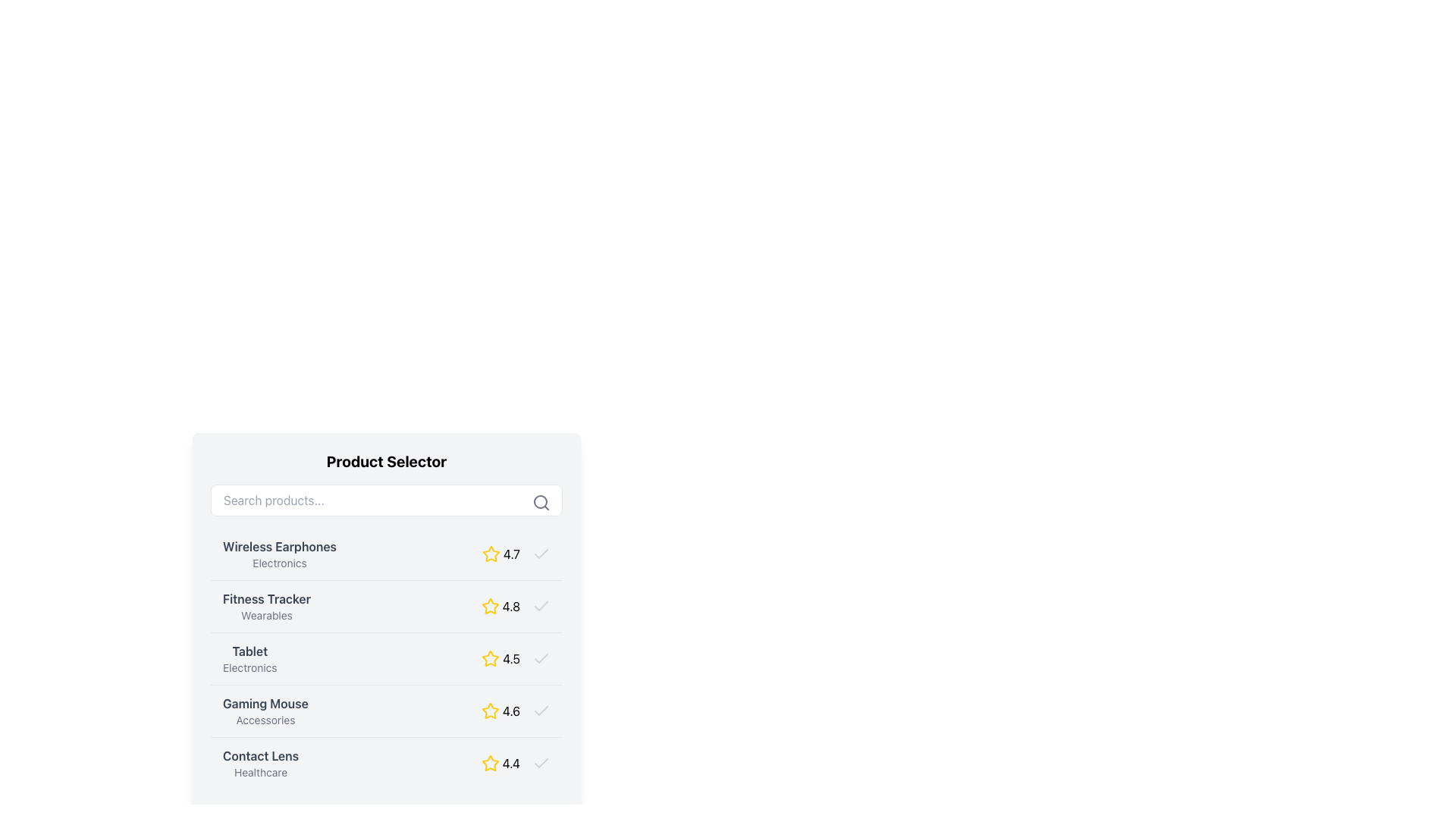 This screenshot has height=819, width=1456. What do you see at coordinates (266, 605) in the screenshot?
I see `the 'Fitness Tracker' list item label, which is the second item under the 'Product Selector' heading, featuring bold gray text and smaller light gray text` at bounding box center [266, 605].